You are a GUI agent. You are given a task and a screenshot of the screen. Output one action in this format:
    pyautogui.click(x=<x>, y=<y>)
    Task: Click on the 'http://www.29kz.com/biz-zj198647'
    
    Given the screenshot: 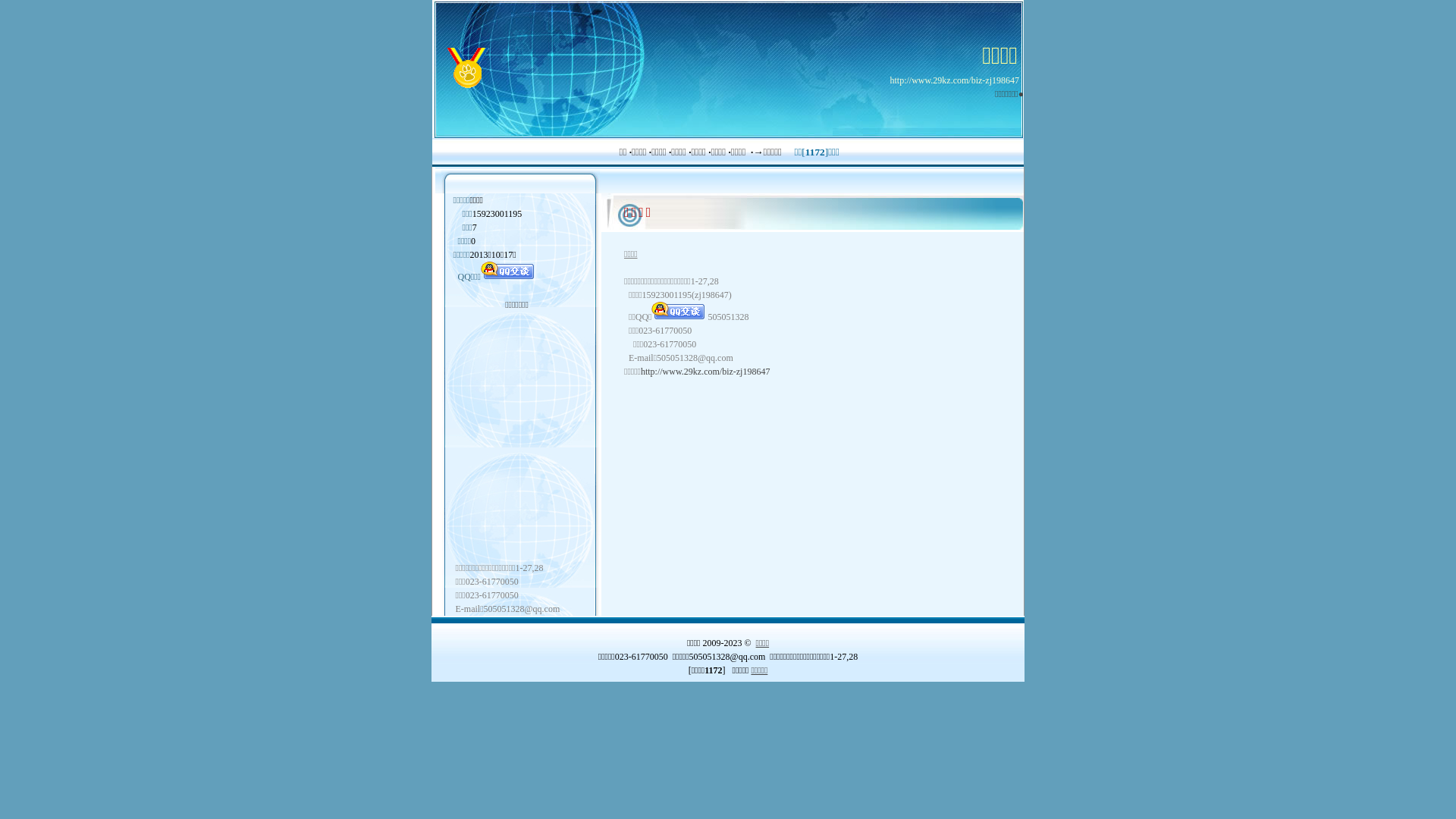 What is the action you would take?
    pyautogui.click(x=704, y=371)
    